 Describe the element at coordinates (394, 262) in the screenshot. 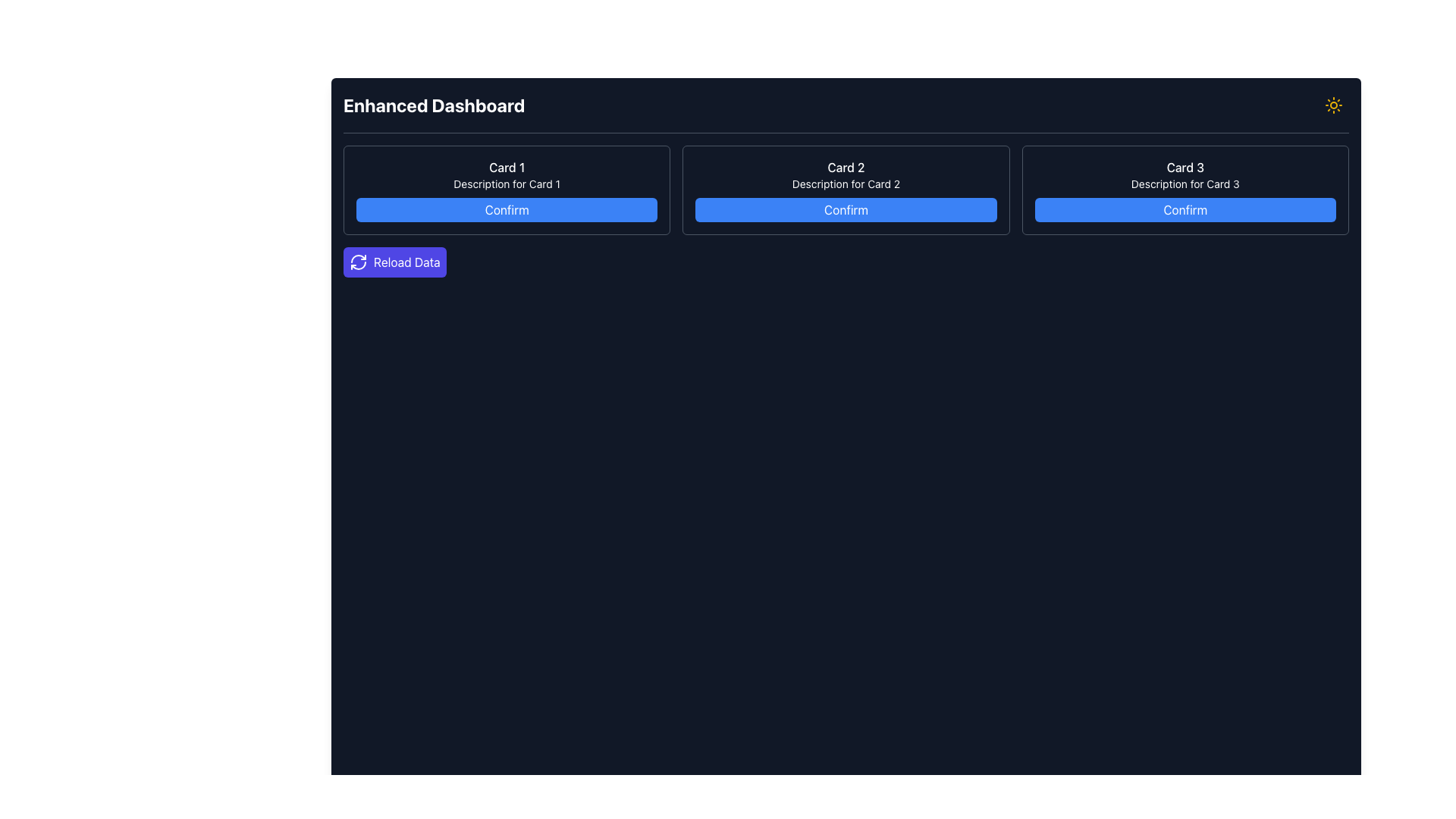

I see `the button with a purple background and white text reading 'Reload Data', which is located at the bottom-left corner of a section containing three cards, to reload data` at that location.